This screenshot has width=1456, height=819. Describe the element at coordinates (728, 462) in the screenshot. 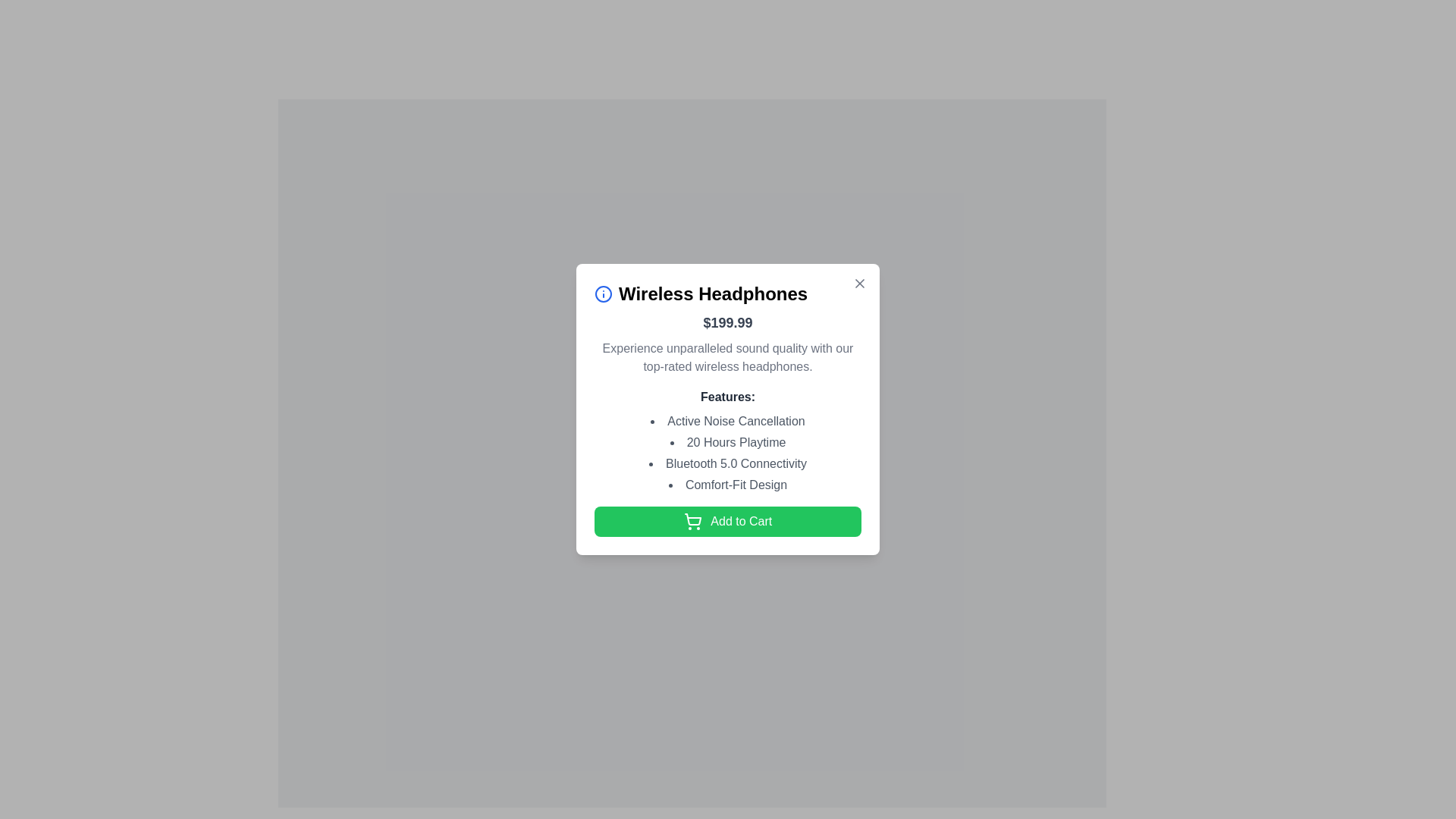

I see `the informational text element that lists 'Bluetooth 5.0 Connectivity', which is the third item under the 'Features' heading, situated between '20 Hours Playtime' and 'Comfort-Fit Design'` at that location.